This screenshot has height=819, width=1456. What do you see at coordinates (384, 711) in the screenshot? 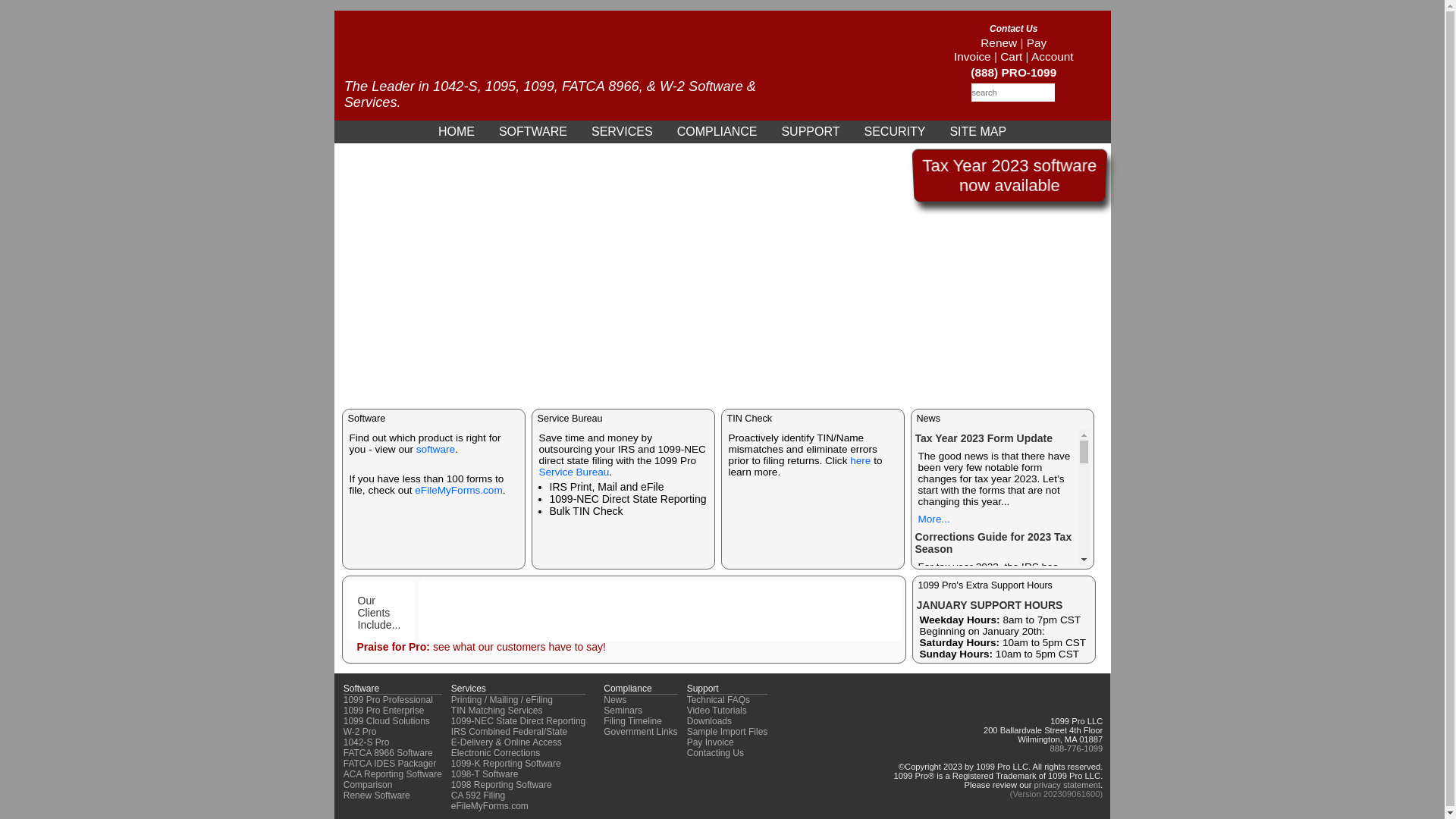
I see `'1099 Pro Enterprise'` at bounding box center [384, 711].